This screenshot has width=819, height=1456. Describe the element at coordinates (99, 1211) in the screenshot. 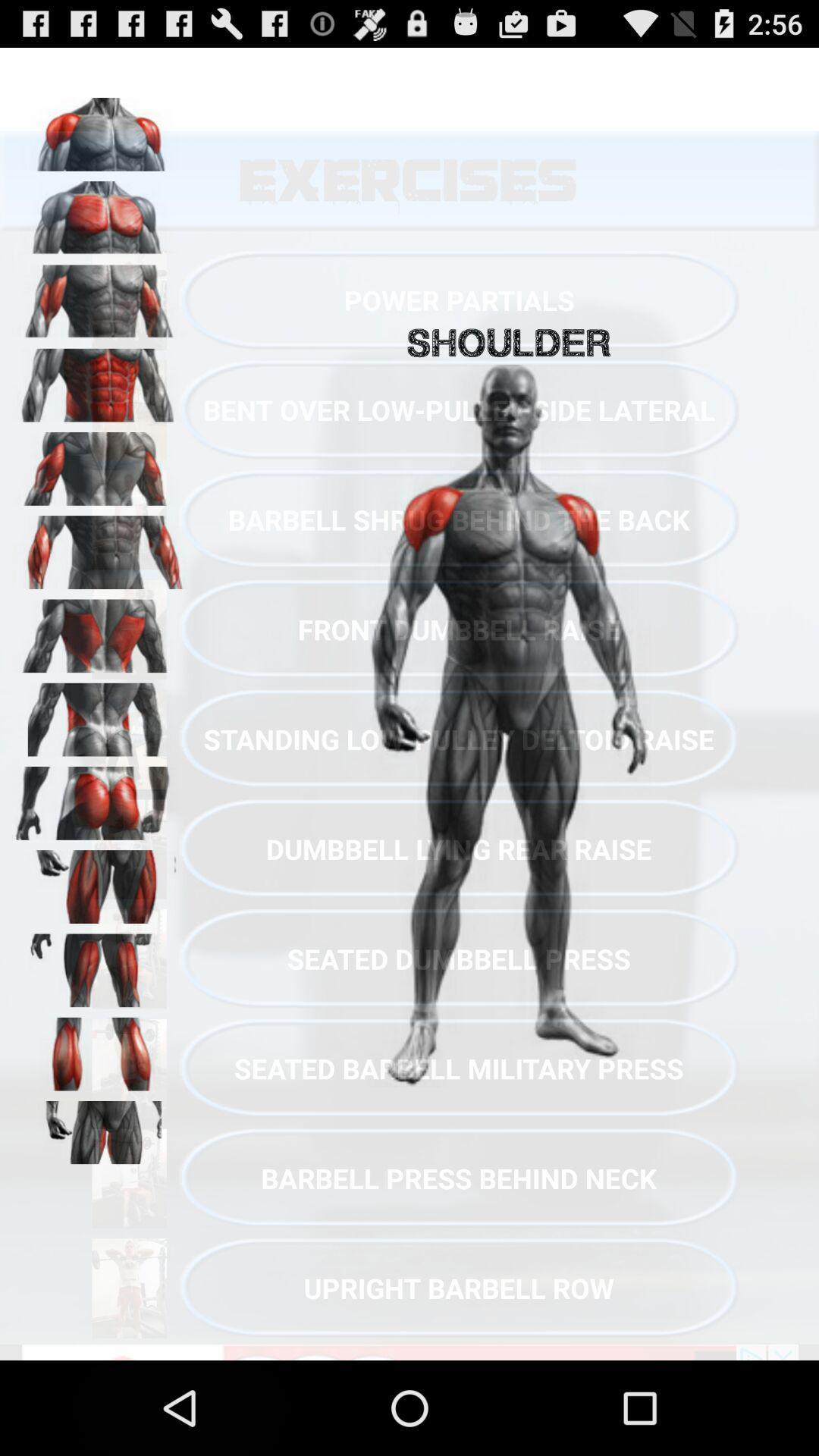

I see `the sliders icon` at that location.